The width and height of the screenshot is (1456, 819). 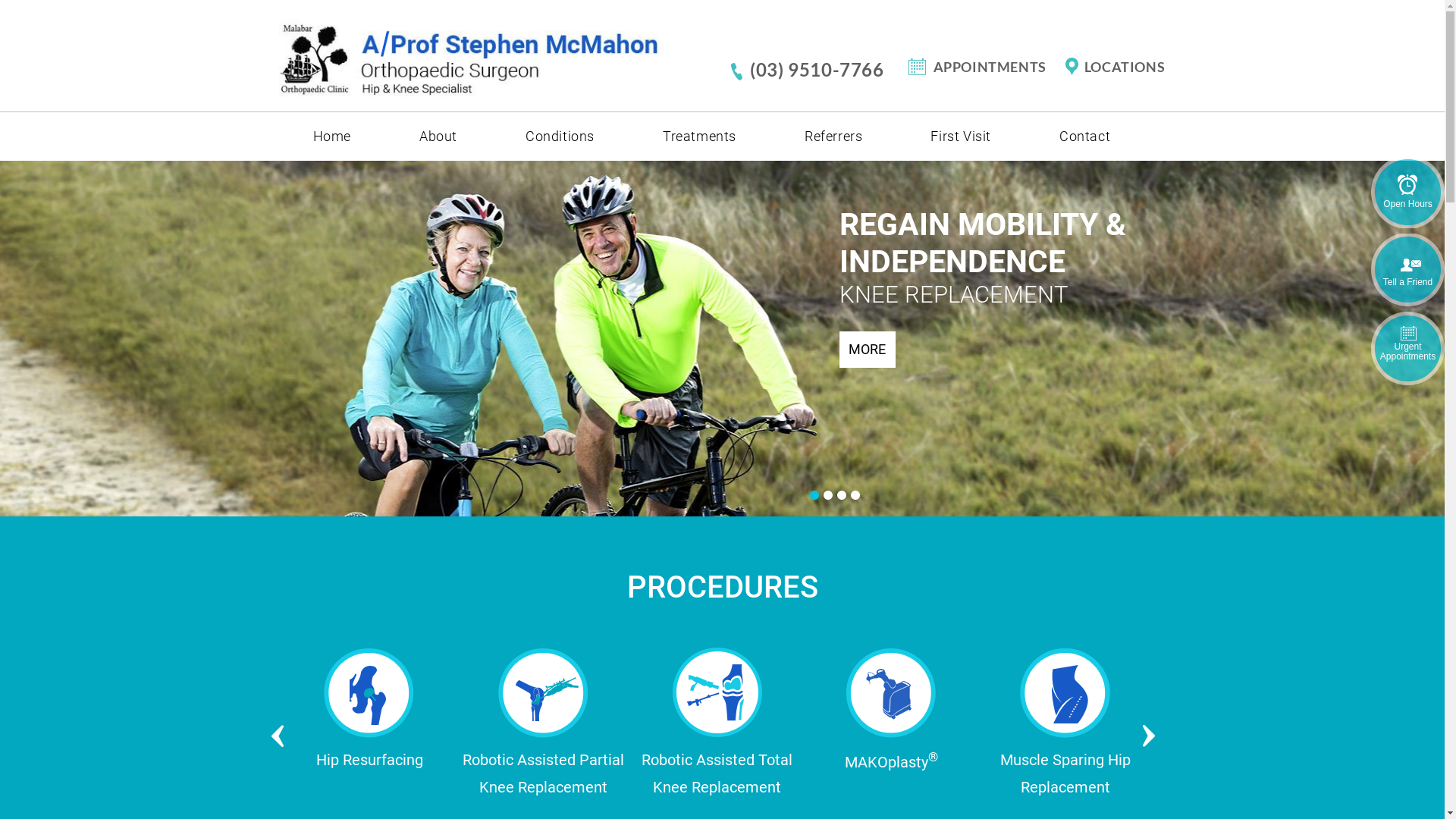 What do you see at coordinates (559, 136) in the screenshot?
I see `'Conditions'` at bounding box center [559, 136].